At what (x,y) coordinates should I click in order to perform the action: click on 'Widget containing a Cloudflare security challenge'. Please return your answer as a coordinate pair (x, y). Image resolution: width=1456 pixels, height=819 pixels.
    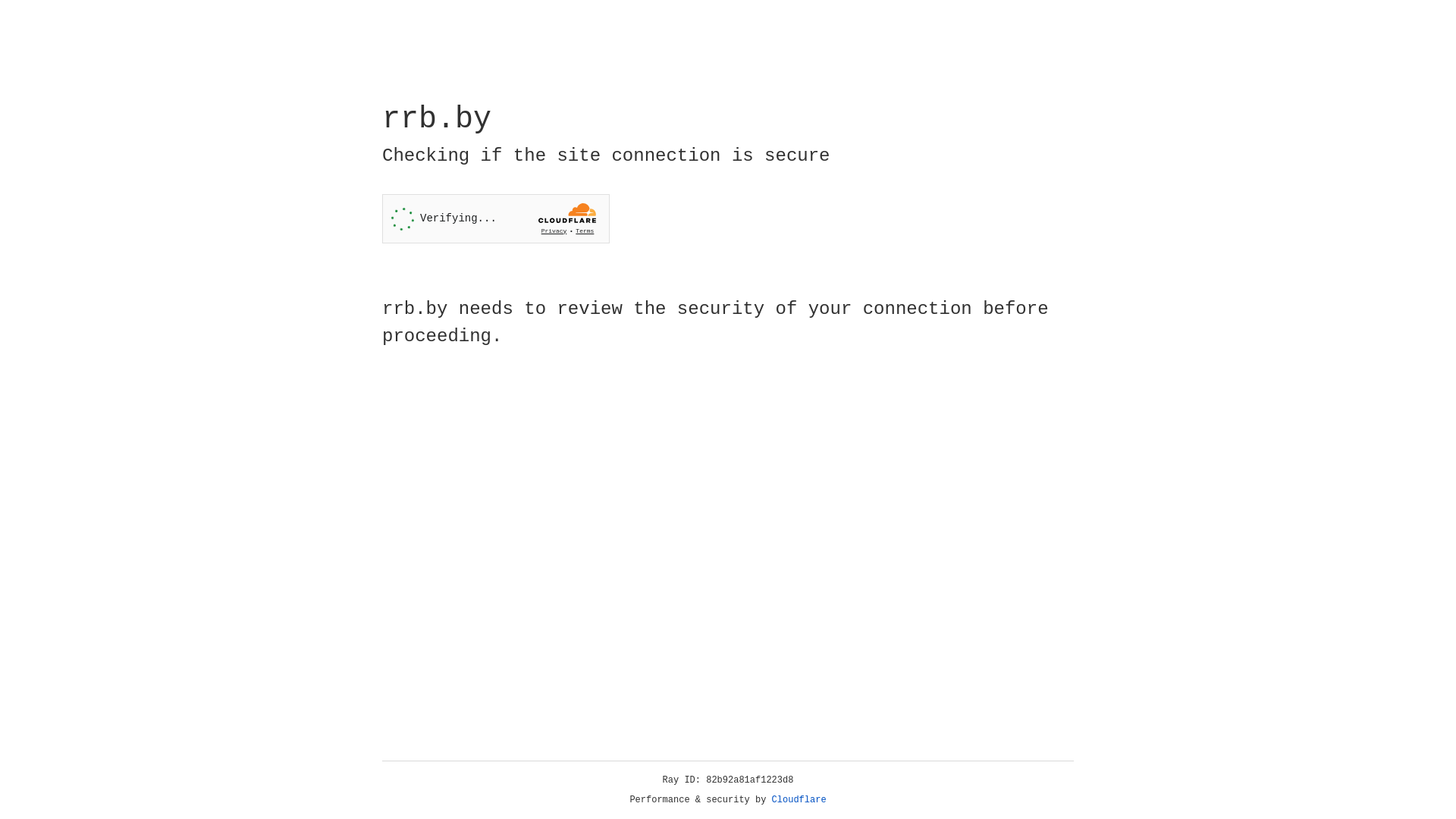
    Looking at the image, I should click on (495, 218).